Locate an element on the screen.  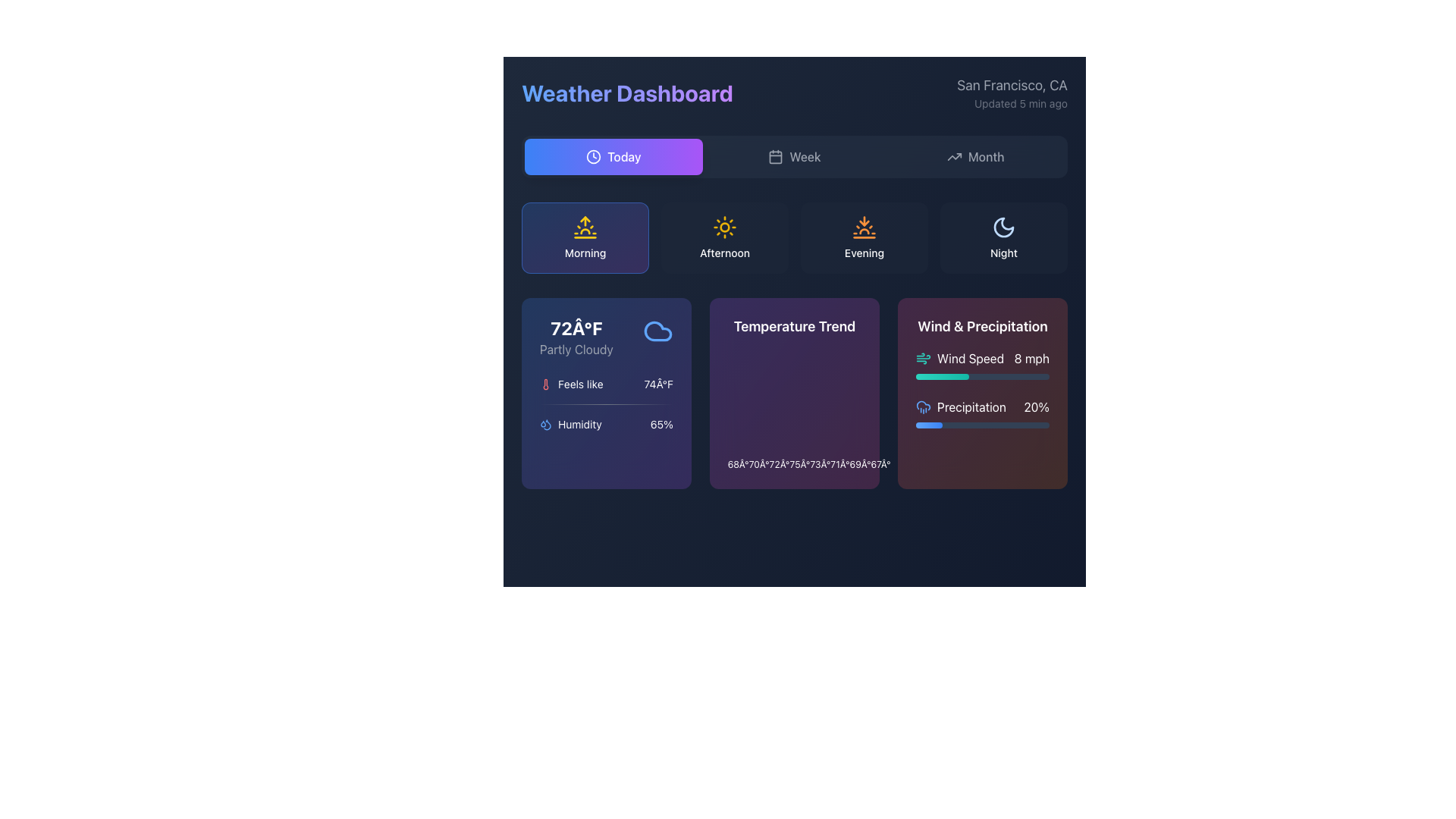
the precipitation icon in the 'Wind & Precipitation' panel located at the bottom-right corner of the dashboard, which is positioned left of the text 'Precipitation' and above the precipitation percentage value and bar is located at coordinates (923, 406).